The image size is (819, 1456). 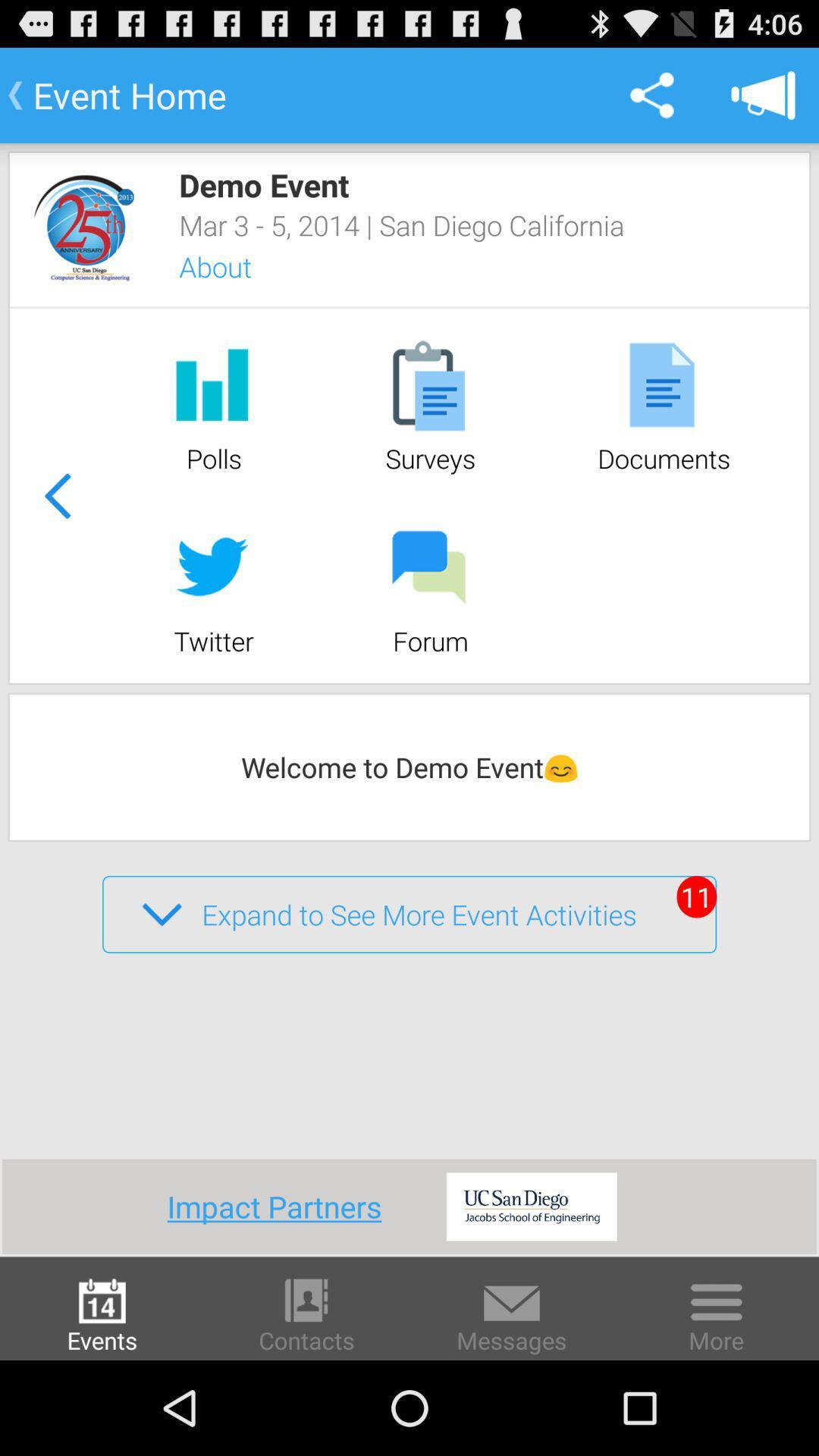 What do you see at coordinates (235, 268) in the screenshot?
I see `the about icon` at bounding box center [235, 268].